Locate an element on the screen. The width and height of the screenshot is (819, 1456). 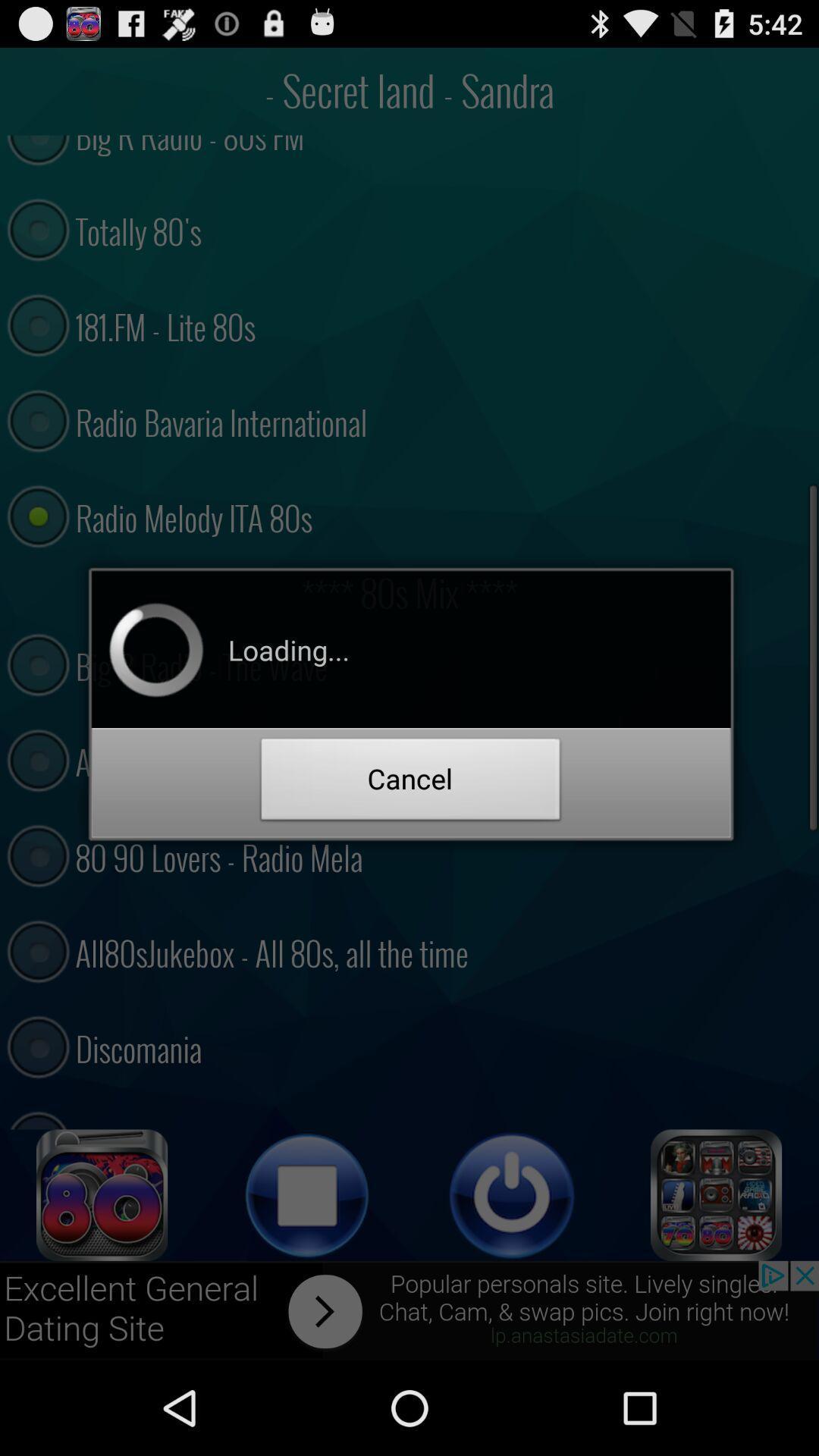
exit is located at coordinates (512, 1194).